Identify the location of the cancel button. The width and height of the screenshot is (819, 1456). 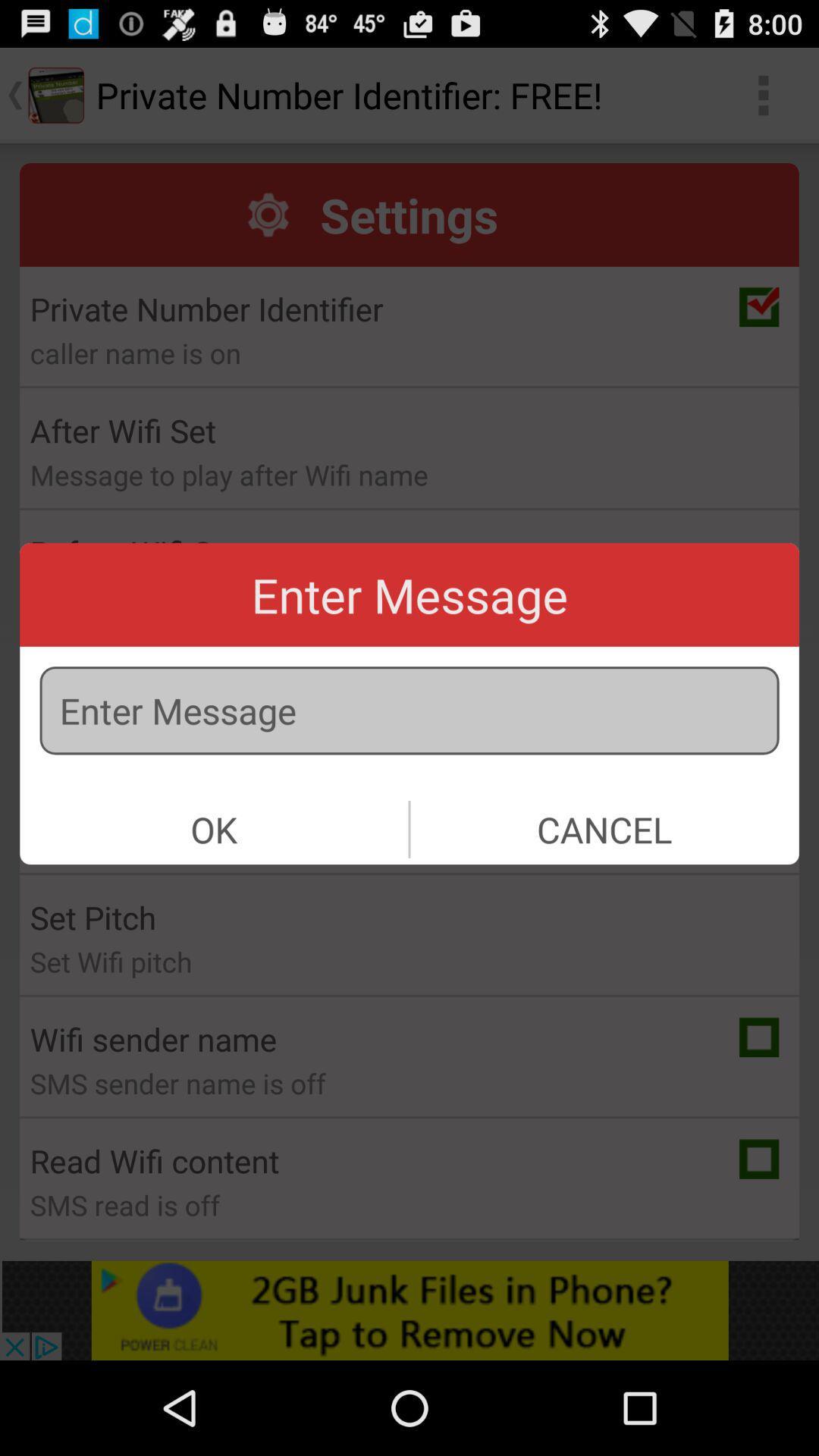
(604, 828).